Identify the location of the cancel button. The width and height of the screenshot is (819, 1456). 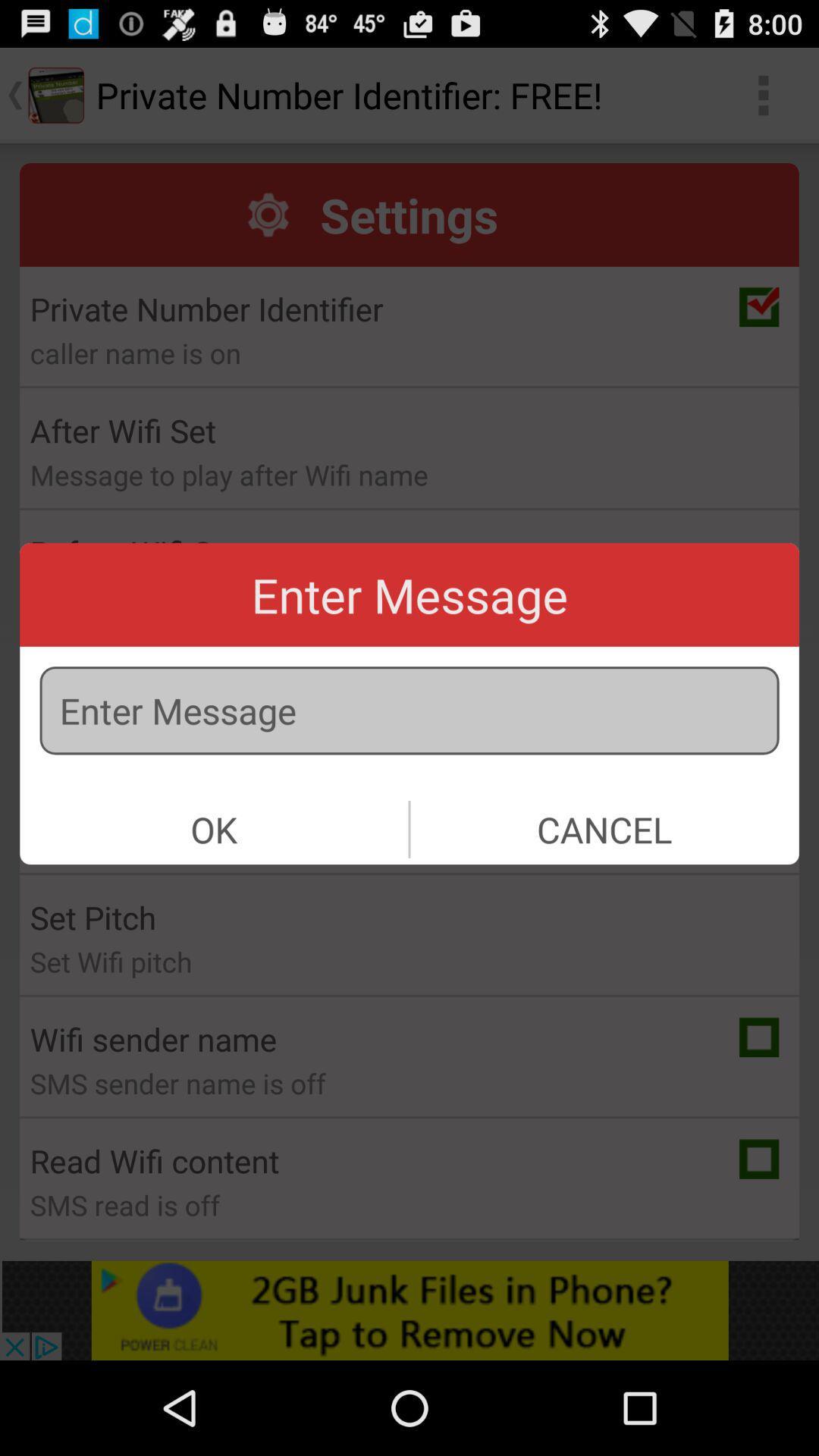
(604, 828).